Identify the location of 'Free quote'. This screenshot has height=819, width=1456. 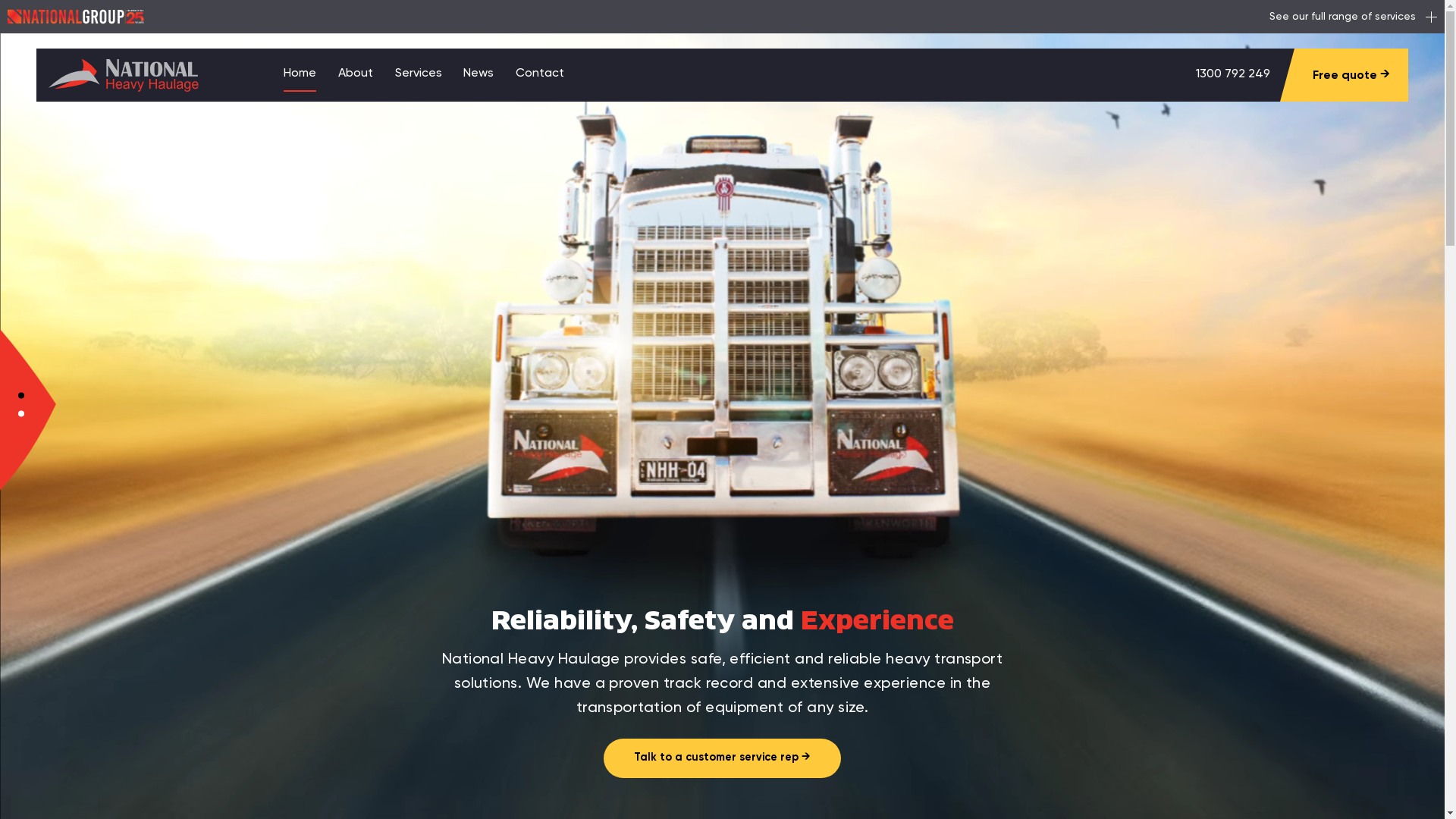
(1351, 75).